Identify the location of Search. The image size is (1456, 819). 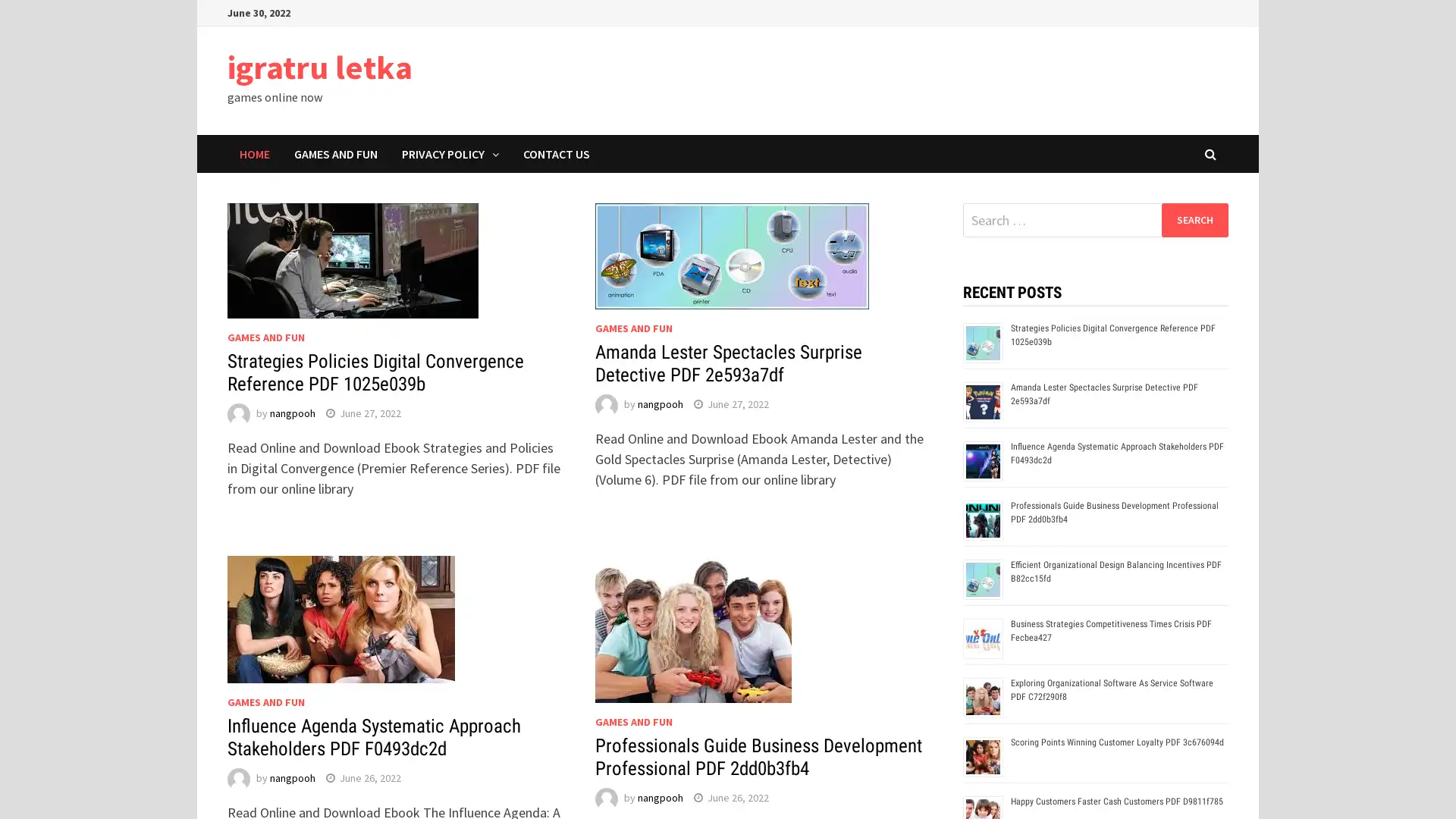
(1194, 219).